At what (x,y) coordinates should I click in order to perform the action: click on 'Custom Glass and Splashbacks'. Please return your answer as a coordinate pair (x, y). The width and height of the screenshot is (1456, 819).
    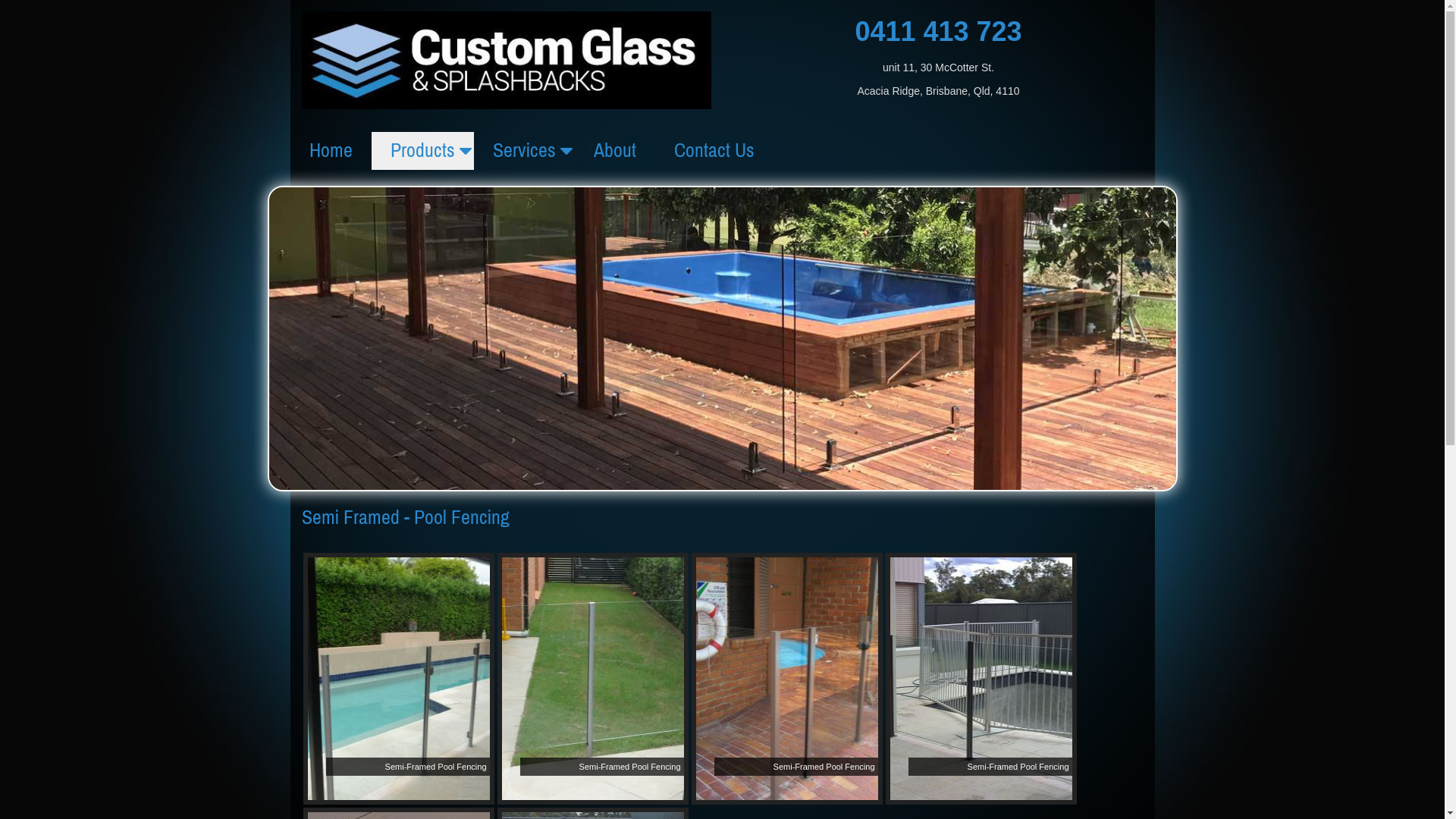
    Looking at the image, I should click on (506, 58).